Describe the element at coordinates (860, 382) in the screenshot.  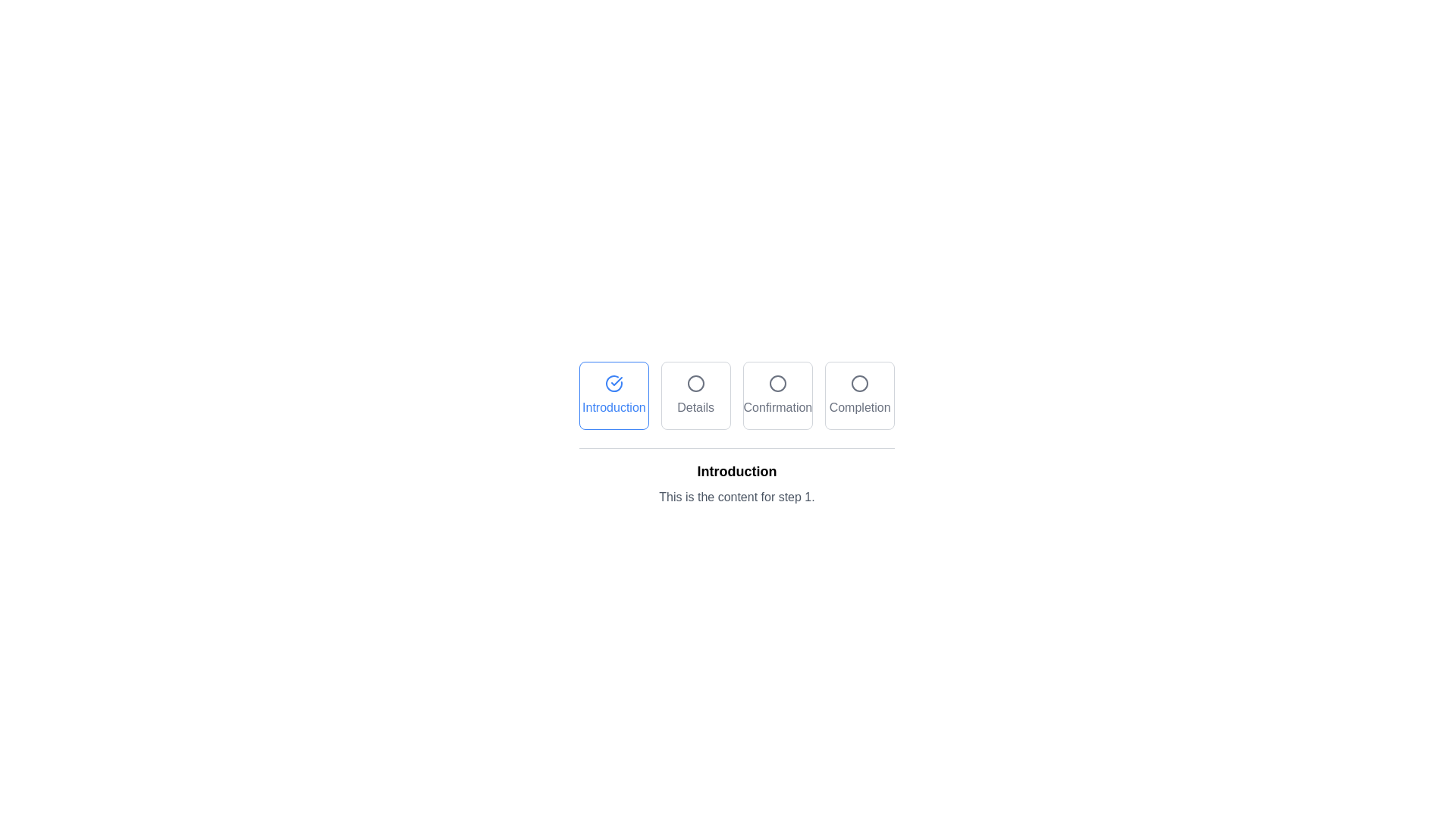
I see `the small circular icon with a thin outline located above the 'Completion' text label, which is the fourth button in a horizontally arranged group of buttons` at that location.